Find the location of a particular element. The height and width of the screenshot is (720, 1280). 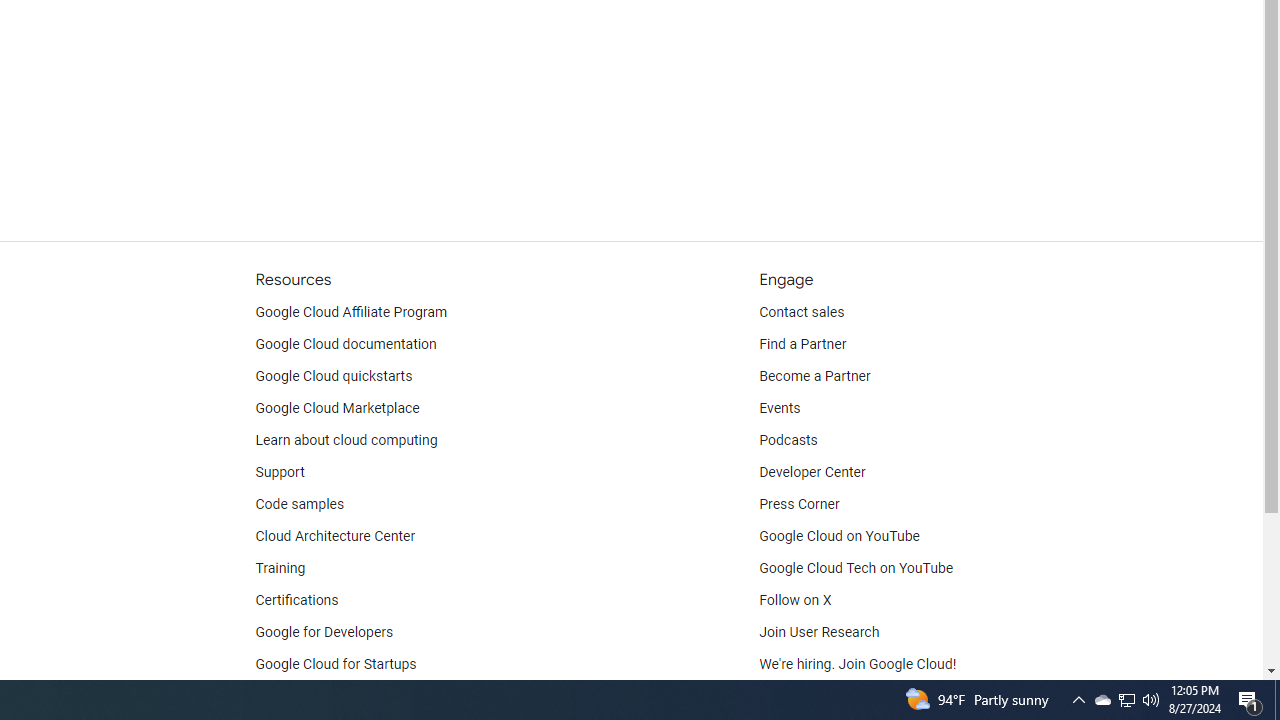

'Code samples' is located at coordinates (299, 504).